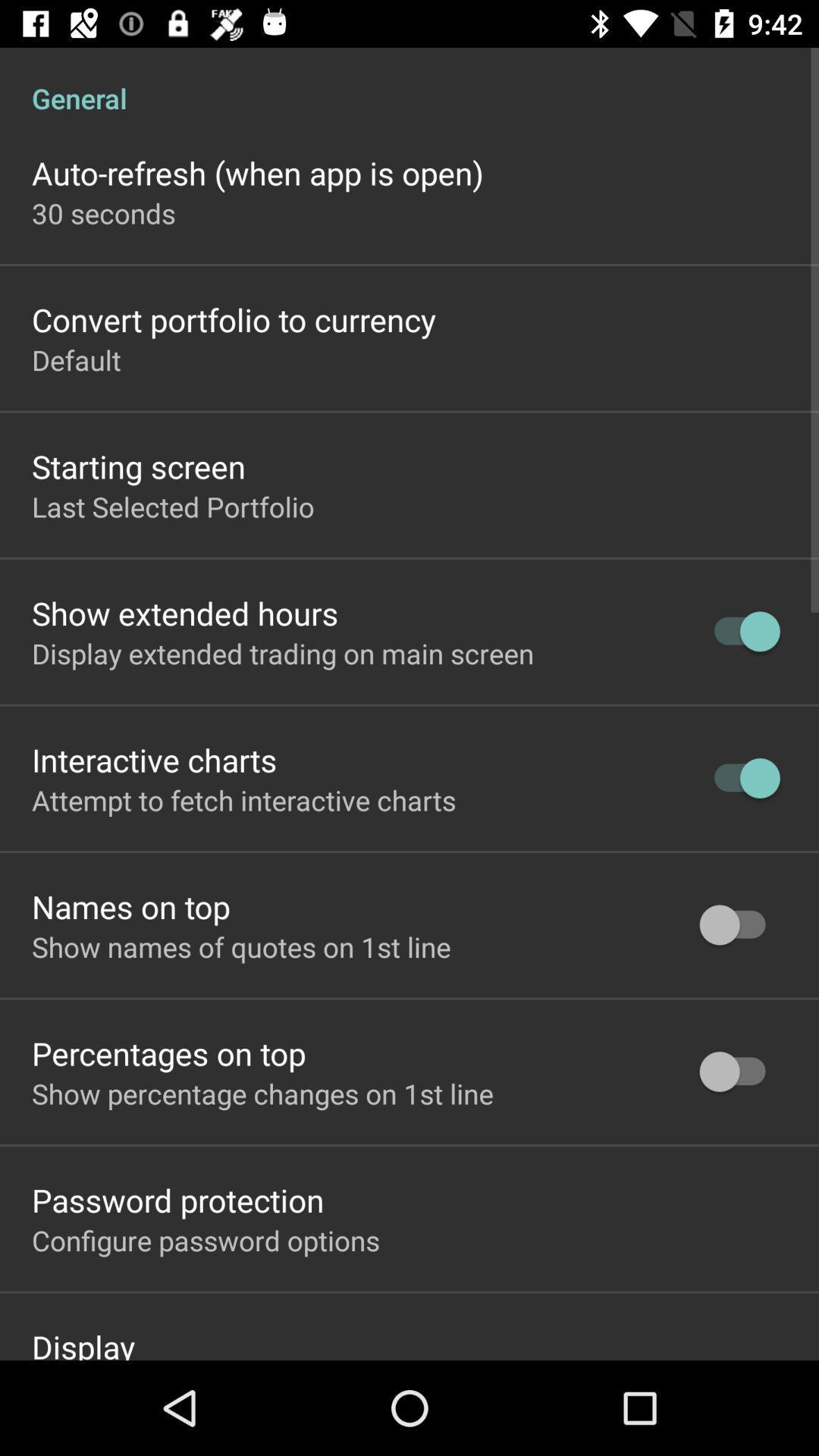 This screenshot has height=1456, width=819. What do you see at coordinates (138, 465) in the screenshot?
I see `starting screen item` at bounding box center [138, 465].